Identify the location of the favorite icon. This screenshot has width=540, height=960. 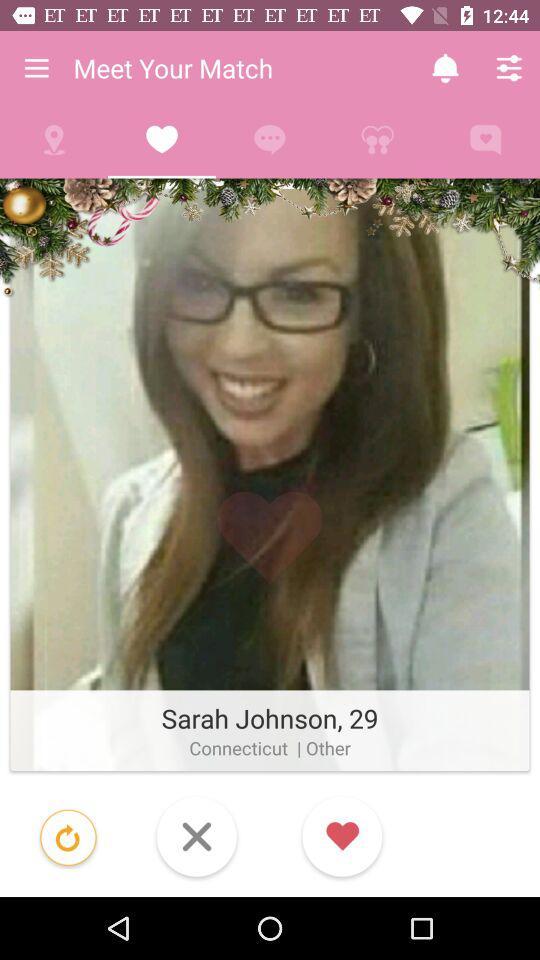
(341, 839).